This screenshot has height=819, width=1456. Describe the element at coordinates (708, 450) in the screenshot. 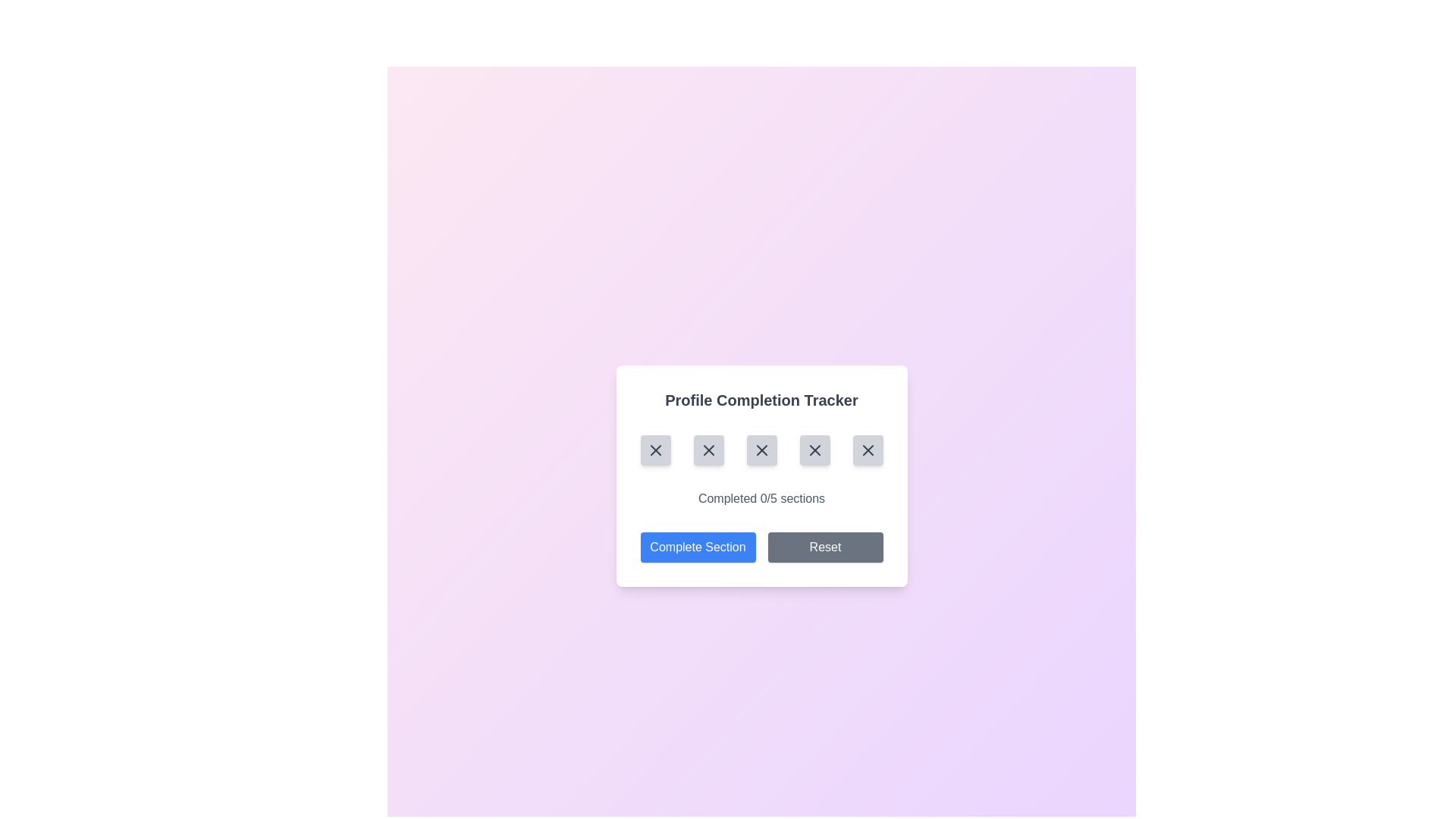

I see `the second 'X' icon in the Profile Completion Tracker for additional actions` at that location.